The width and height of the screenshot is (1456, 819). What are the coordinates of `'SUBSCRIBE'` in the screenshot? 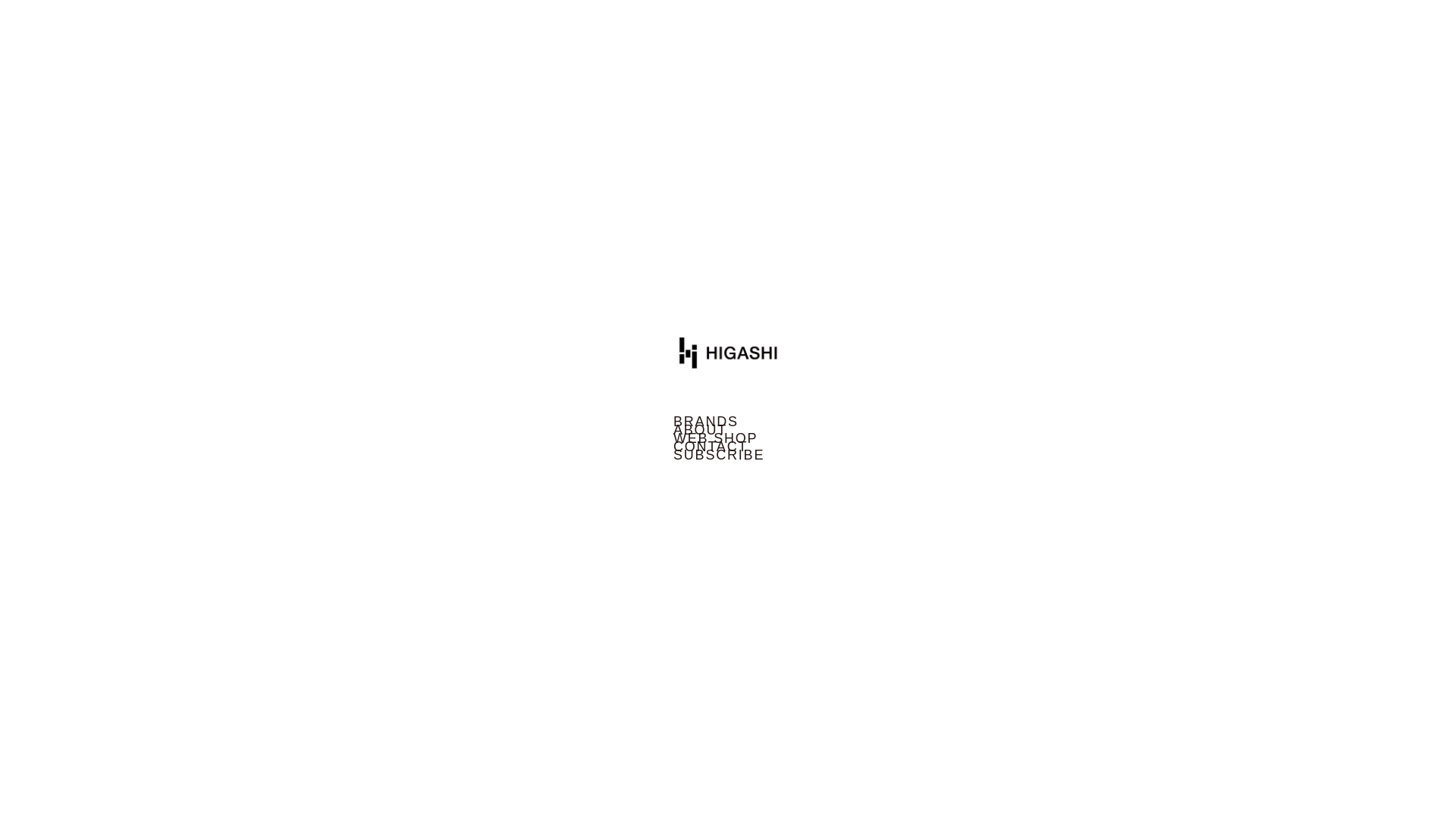 It's located at (728, 454).